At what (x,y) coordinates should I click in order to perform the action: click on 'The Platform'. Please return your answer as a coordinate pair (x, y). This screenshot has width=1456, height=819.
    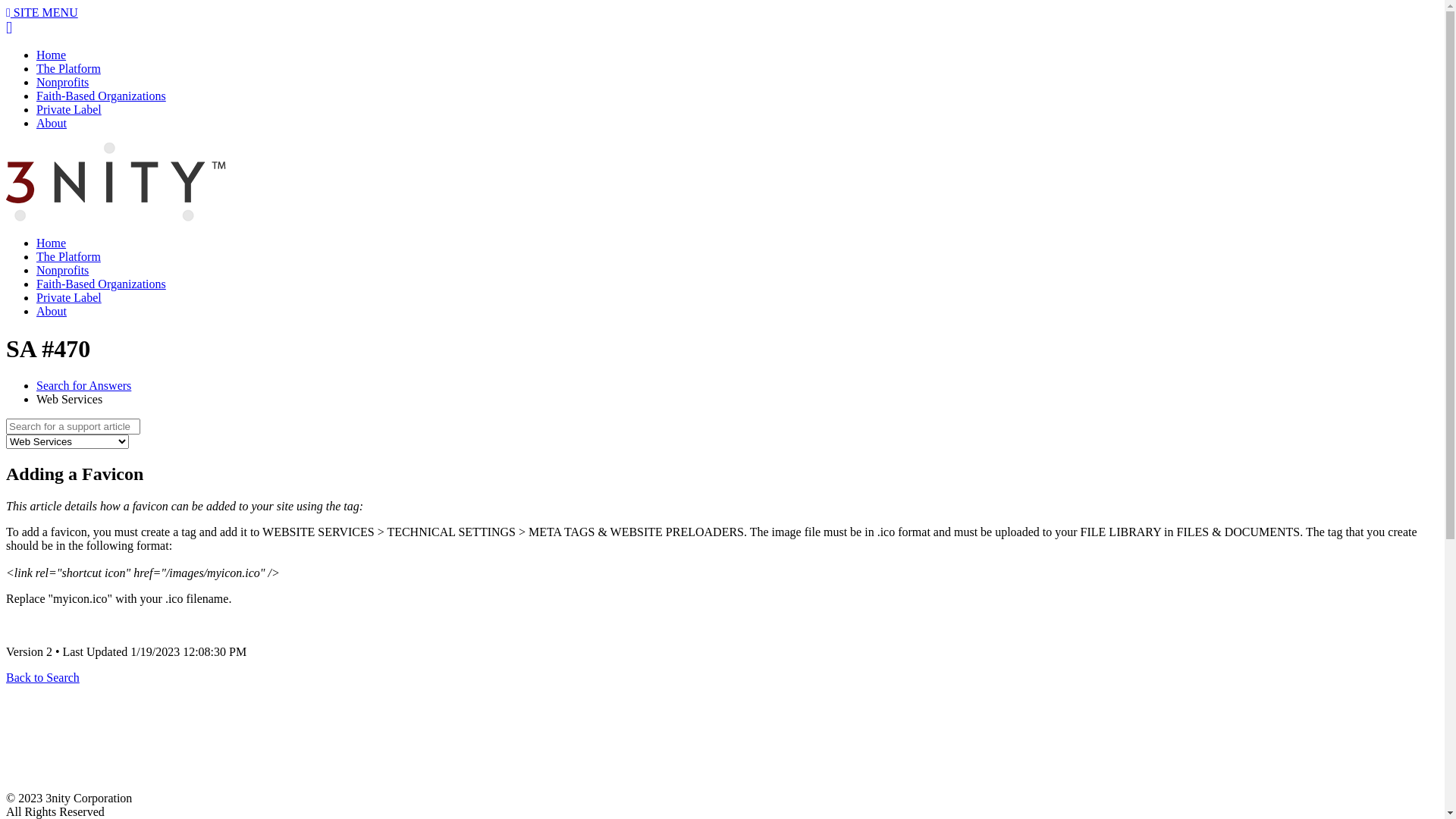
    Looking at the image, I should click on (67, 68).